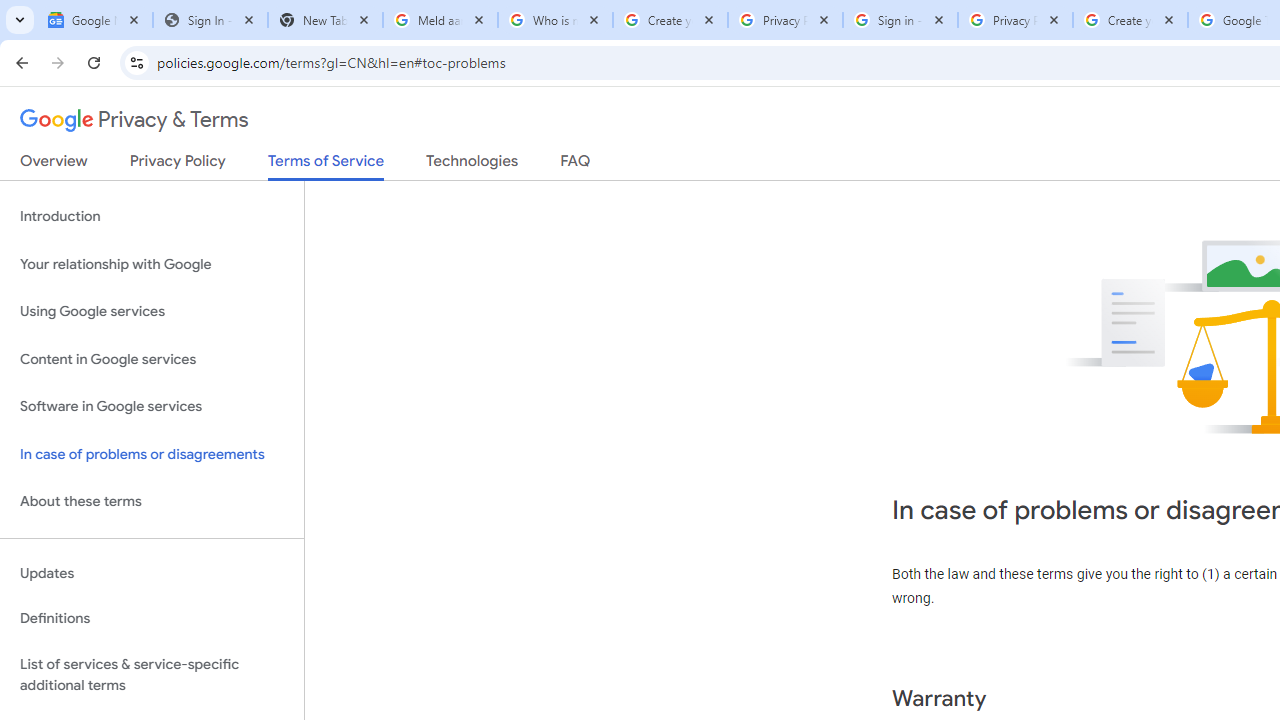 This screenshot has width=1280, height=720. What do you see at coordinates (471, 164) in the screenshot?
I see `'Technologies'` at bounding box center [471, 164].